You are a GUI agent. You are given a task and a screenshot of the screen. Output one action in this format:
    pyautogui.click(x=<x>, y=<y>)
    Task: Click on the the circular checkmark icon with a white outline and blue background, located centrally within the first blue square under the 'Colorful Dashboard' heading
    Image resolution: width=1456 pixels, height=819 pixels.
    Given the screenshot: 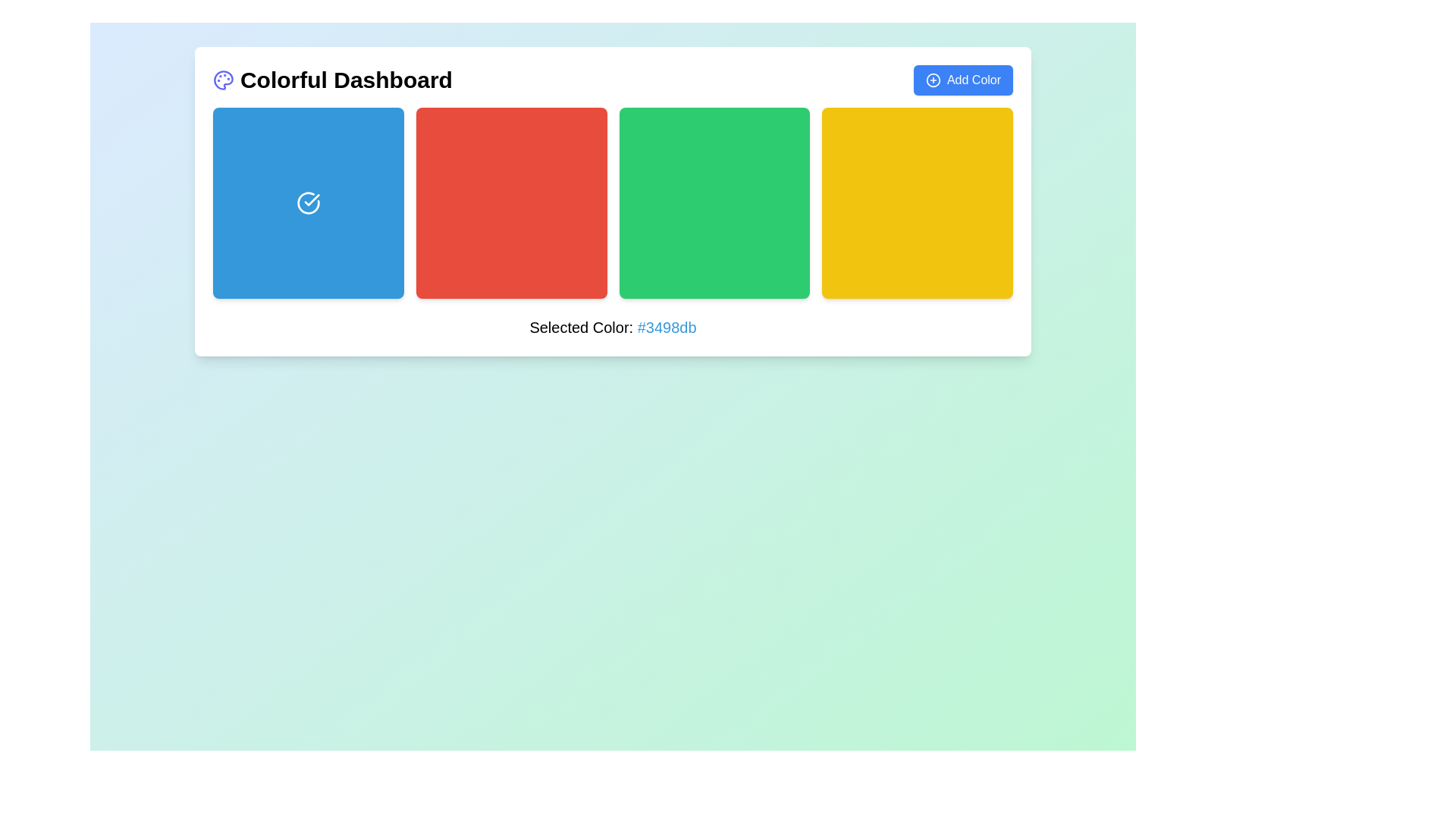 What is the action you would take?
    pyautogui.click(x=307, y=202)
    